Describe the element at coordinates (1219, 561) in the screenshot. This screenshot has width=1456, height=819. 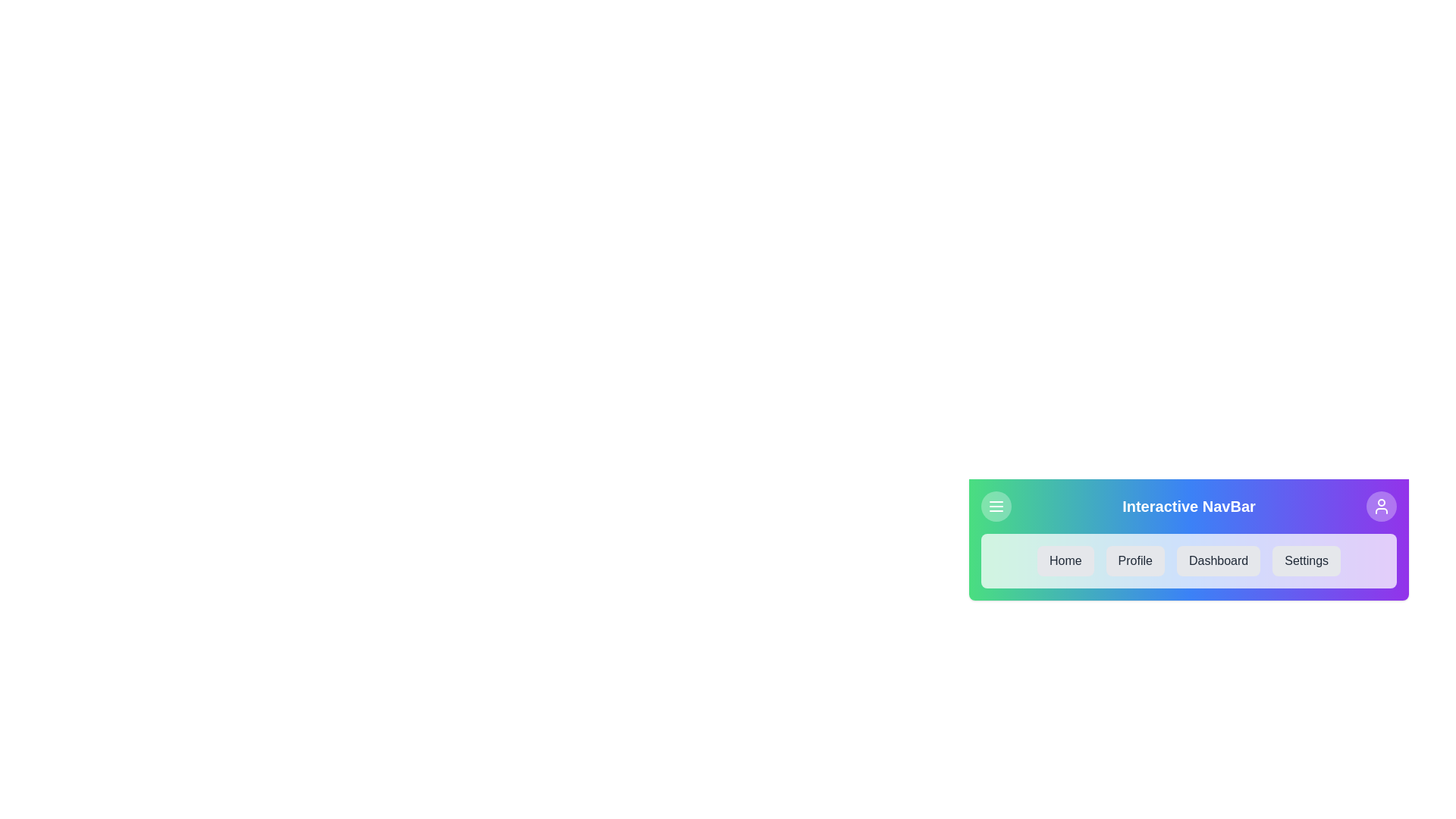
I see `the navigation link labeled Dashboard` at that location.